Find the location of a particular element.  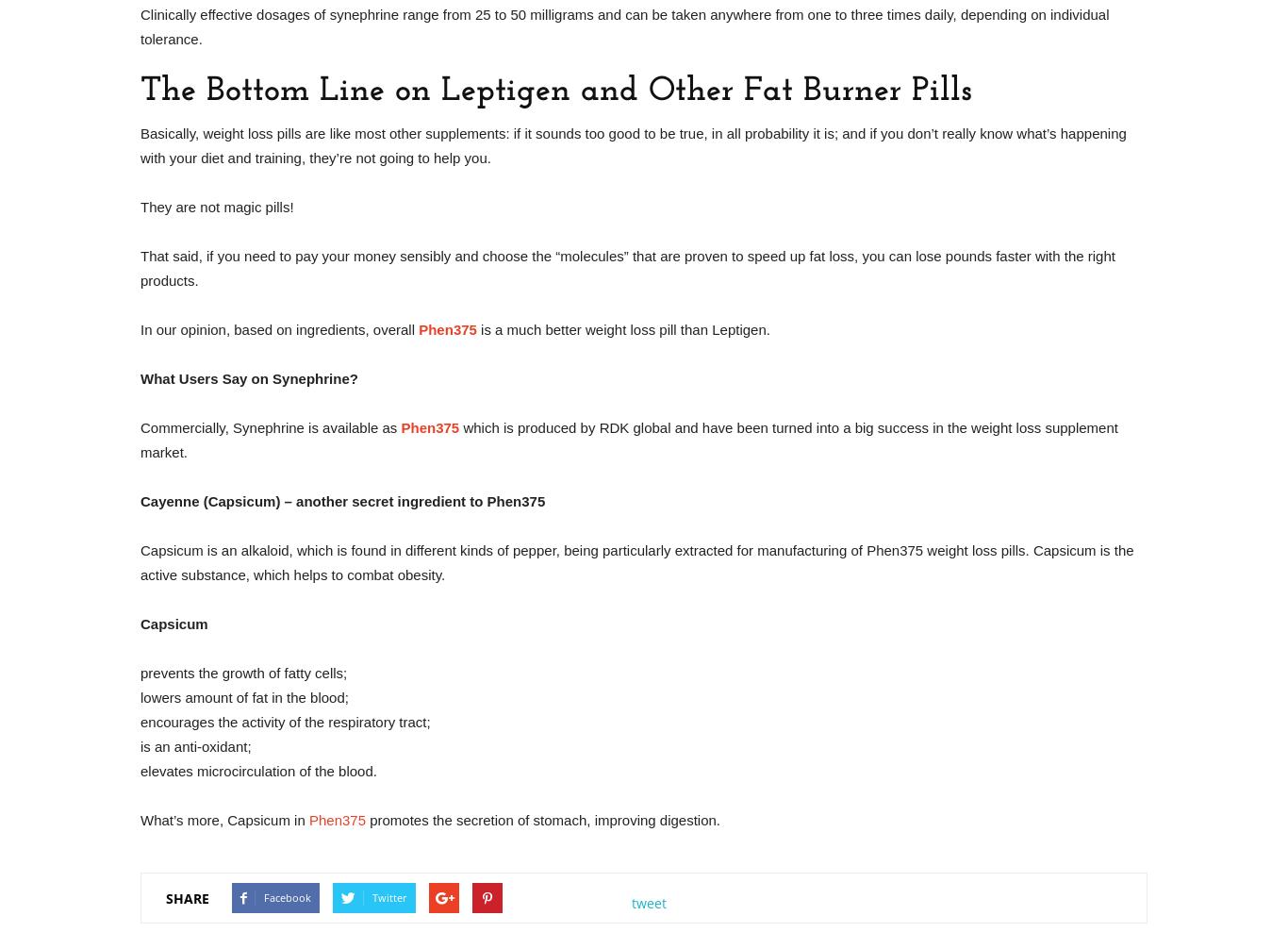

'Commercially, Synephrine is available as' is located at coordinates (140, 427).